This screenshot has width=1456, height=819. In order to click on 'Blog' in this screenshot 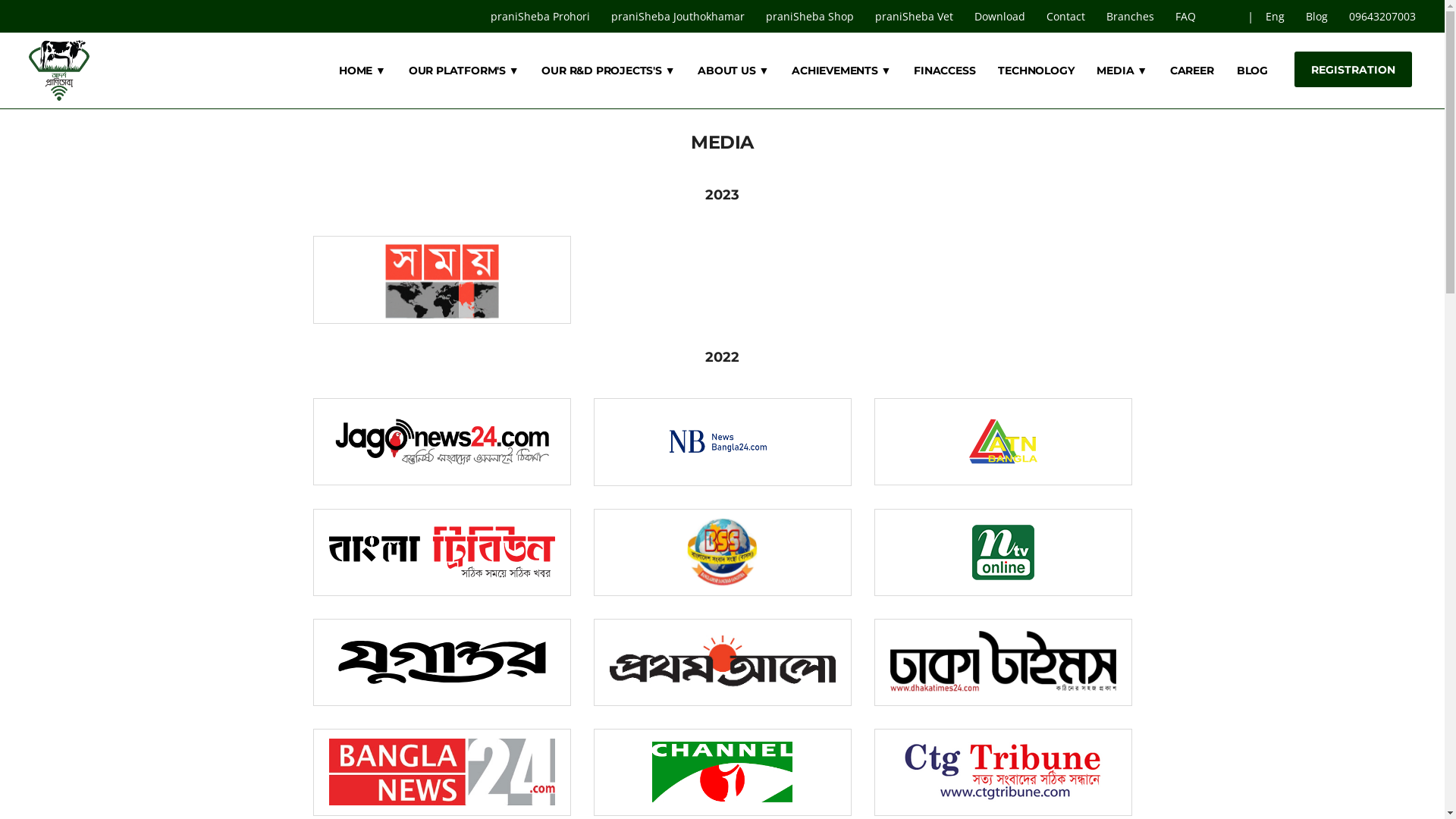, I will do `click(1317, 16)`.